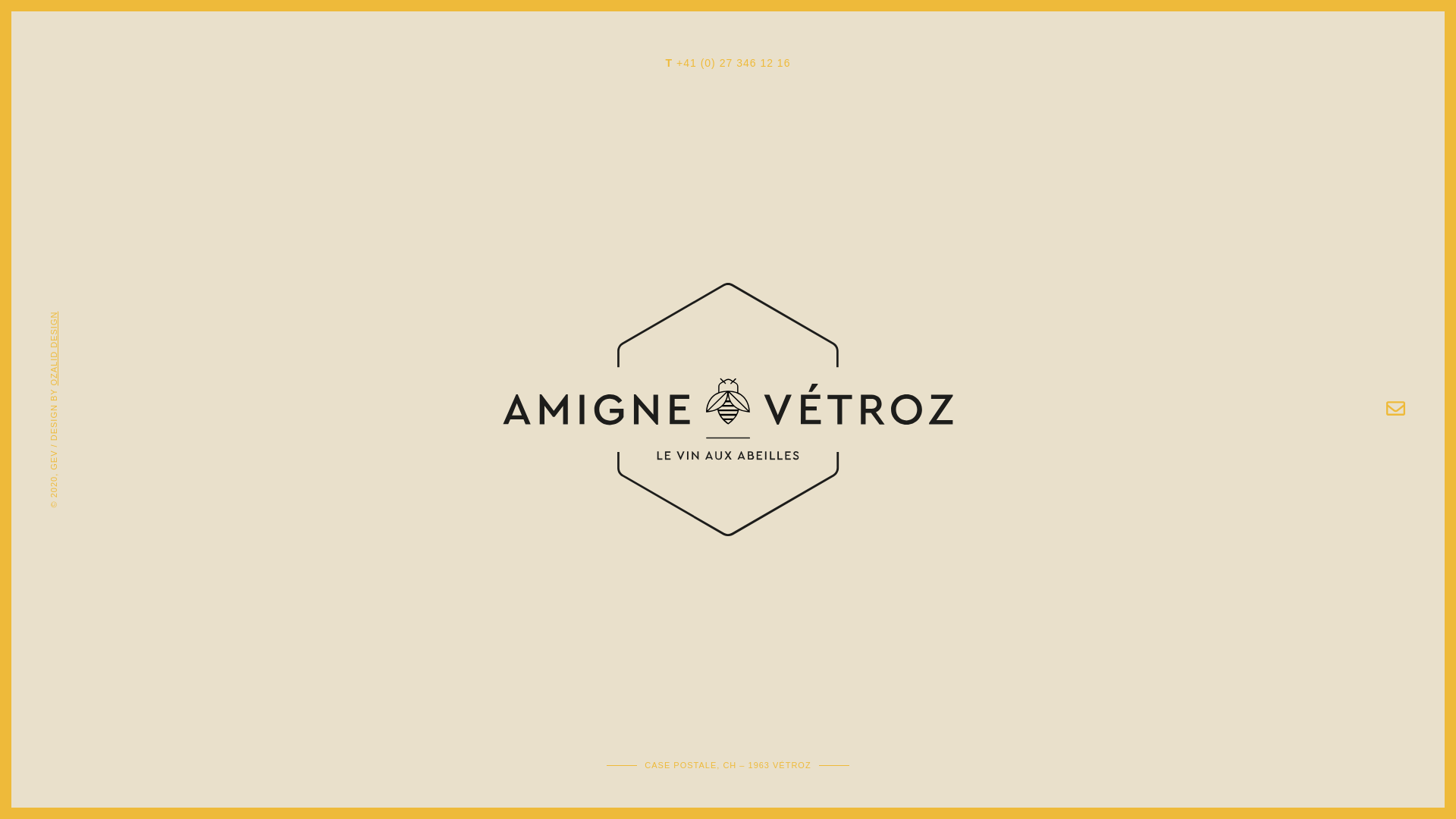 The image size is (1456, 819). What do you see at coordinates (86, 315) in the screenshot?
I see `'OZALID DESIGN'` at bounding box center [86, 315].